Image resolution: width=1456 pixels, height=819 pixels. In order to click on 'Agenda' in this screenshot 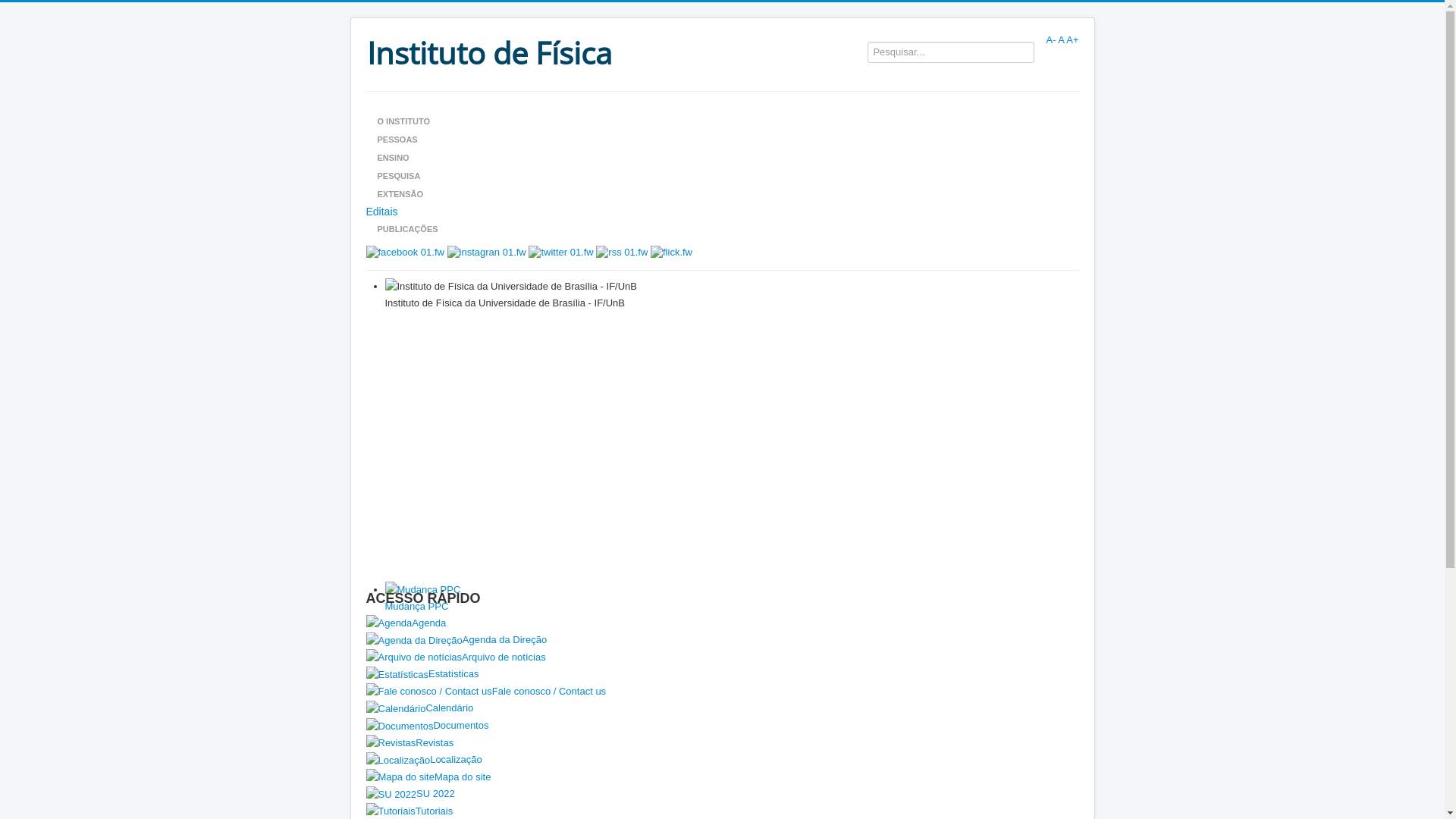, I will do `click(365, 623)`.